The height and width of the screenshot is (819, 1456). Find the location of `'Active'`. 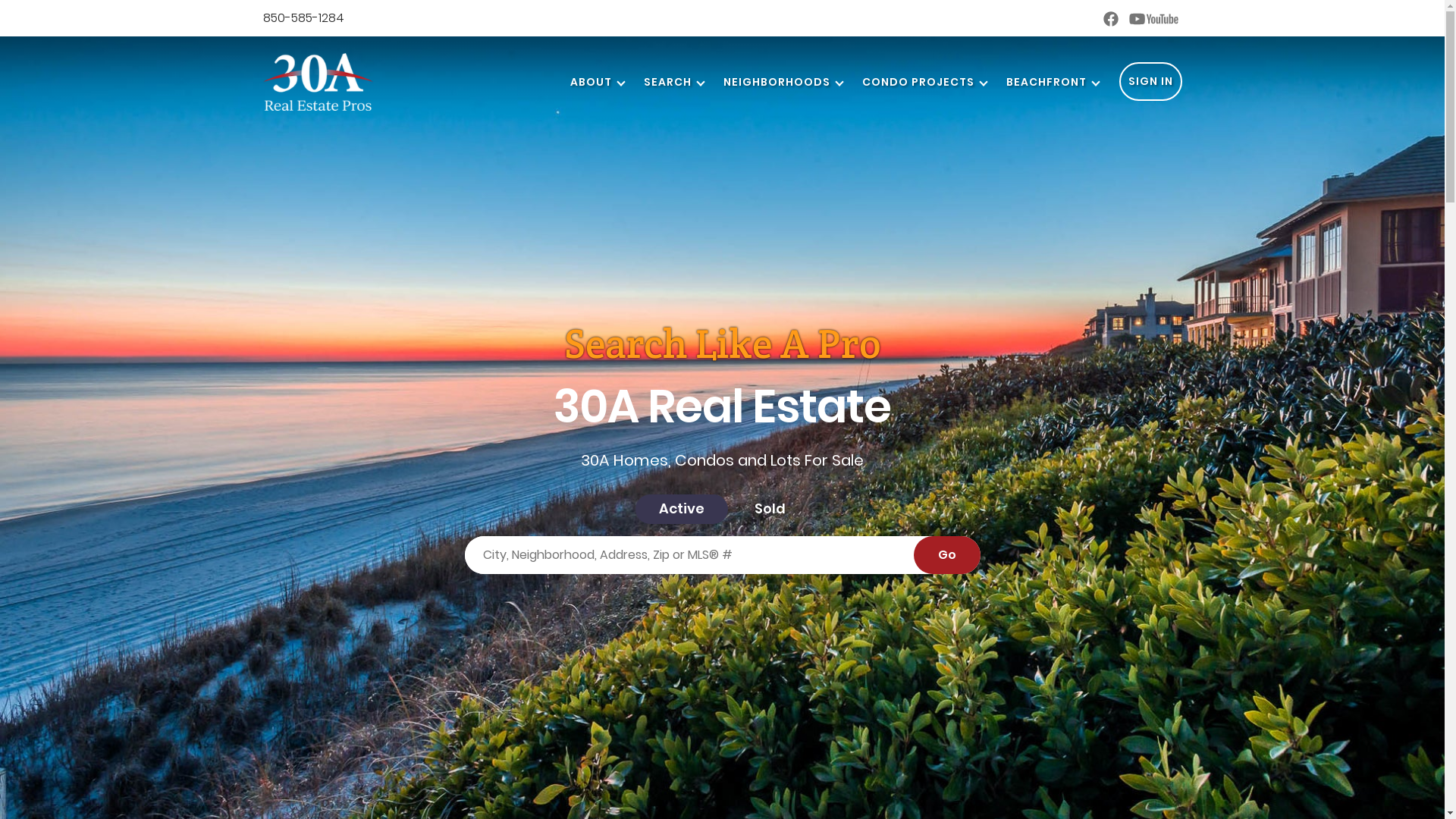

'Active' is located at coordinates (635, 509).